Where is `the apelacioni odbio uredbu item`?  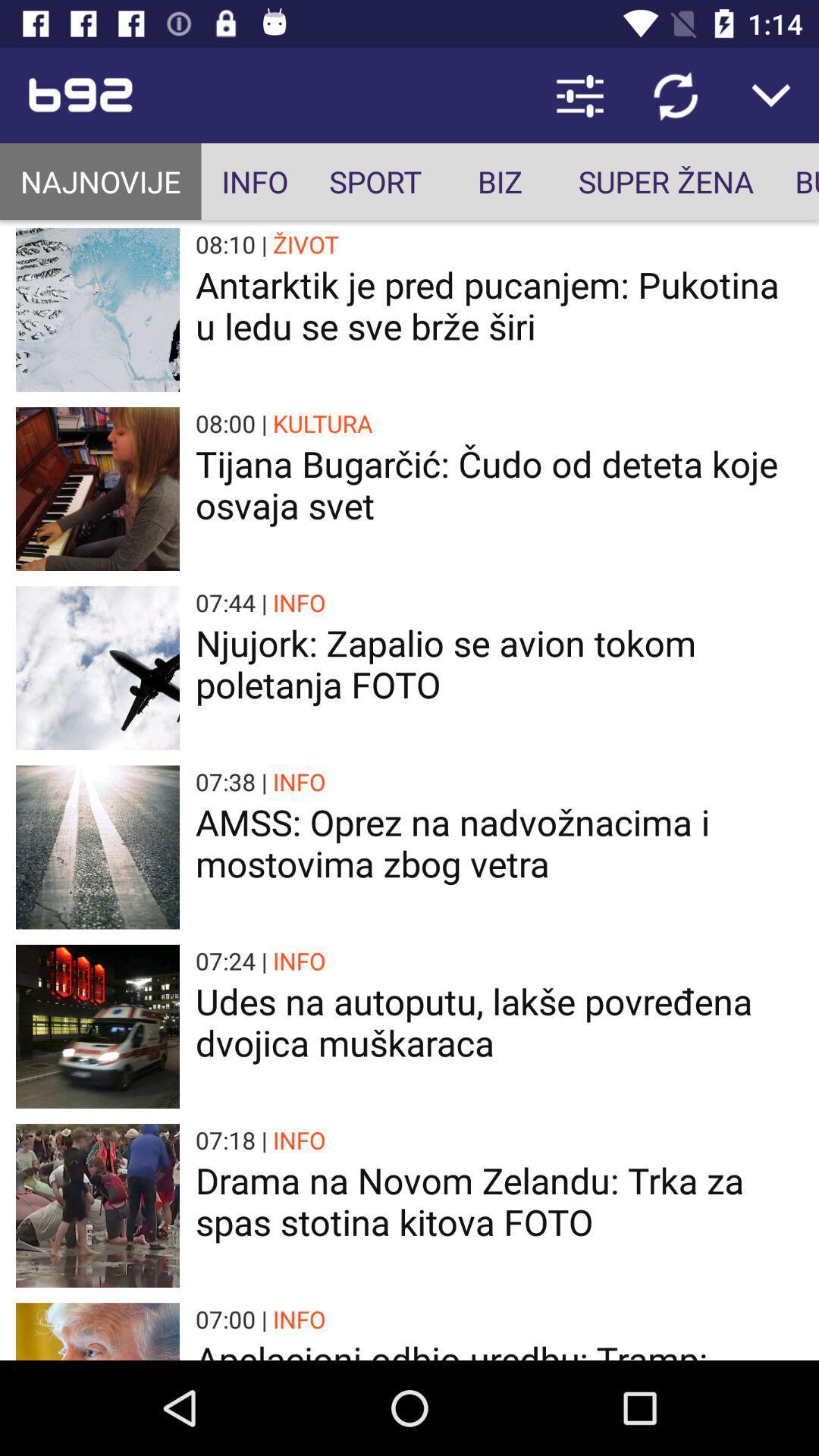 the apelacioni odbio uredbu item is located at coordinates (499, 1348).